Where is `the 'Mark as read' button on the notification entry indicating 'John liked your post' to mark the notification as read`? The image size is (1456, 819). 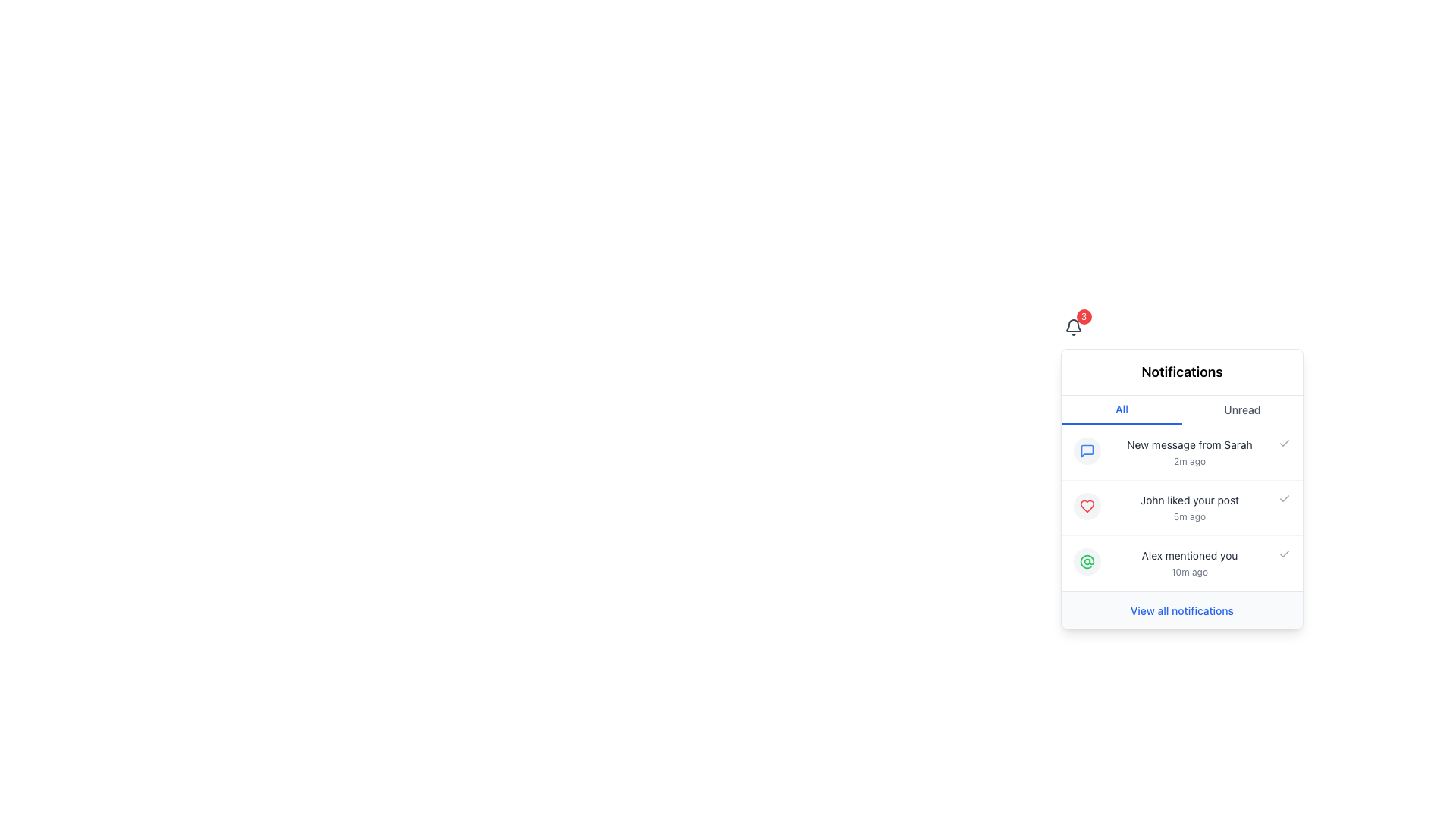
the 'Mark as read' button on the notification entry indicating 'John liked your post' to mark the notification as read is located at coordinates (1181, 508).